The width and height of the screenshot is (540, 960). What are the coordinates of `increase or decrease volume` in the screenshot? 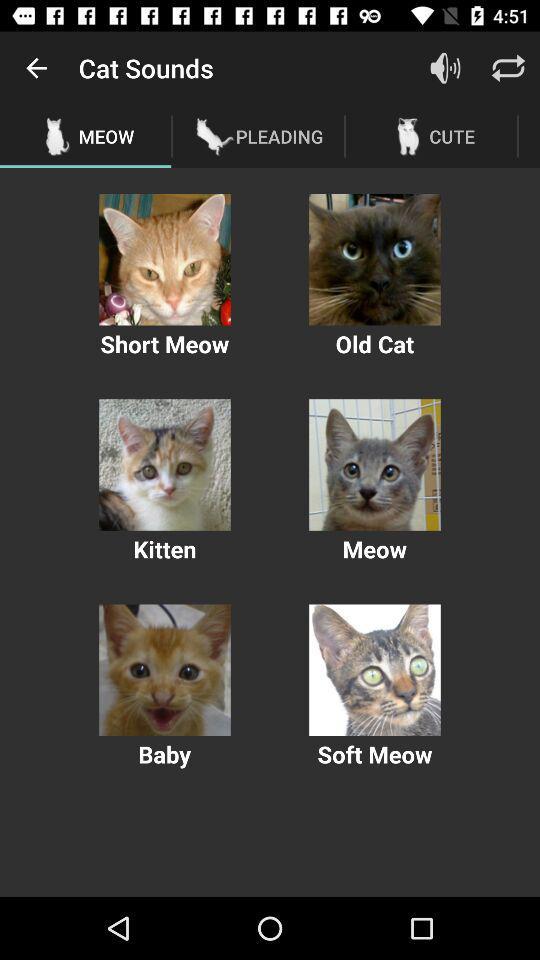 It's located at (445, 68).